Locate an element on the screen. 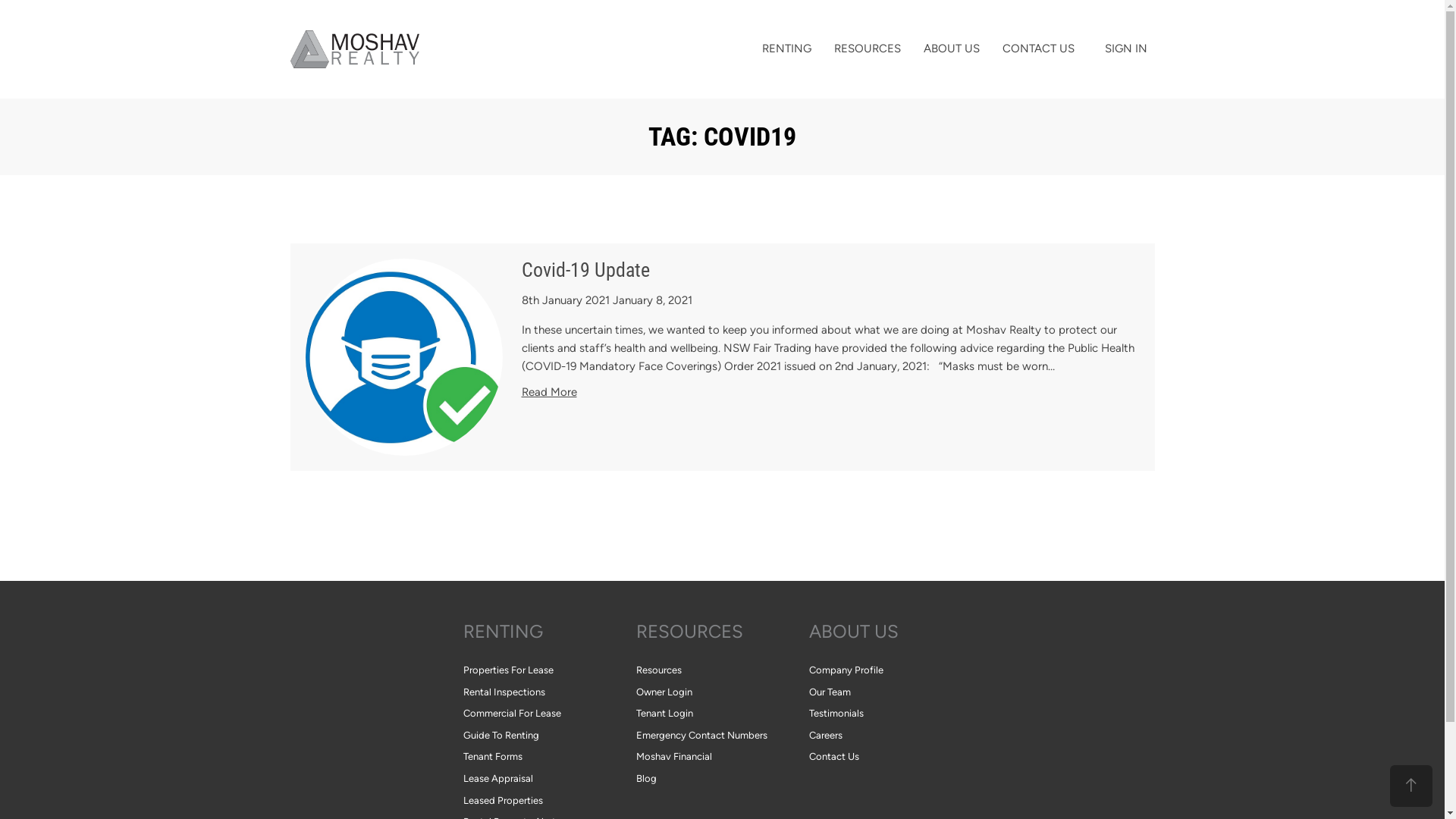 Image resolution: width=1456 pixels, height=819 pixels. 'Tenant Forms' is located at coordinates (548, 757).